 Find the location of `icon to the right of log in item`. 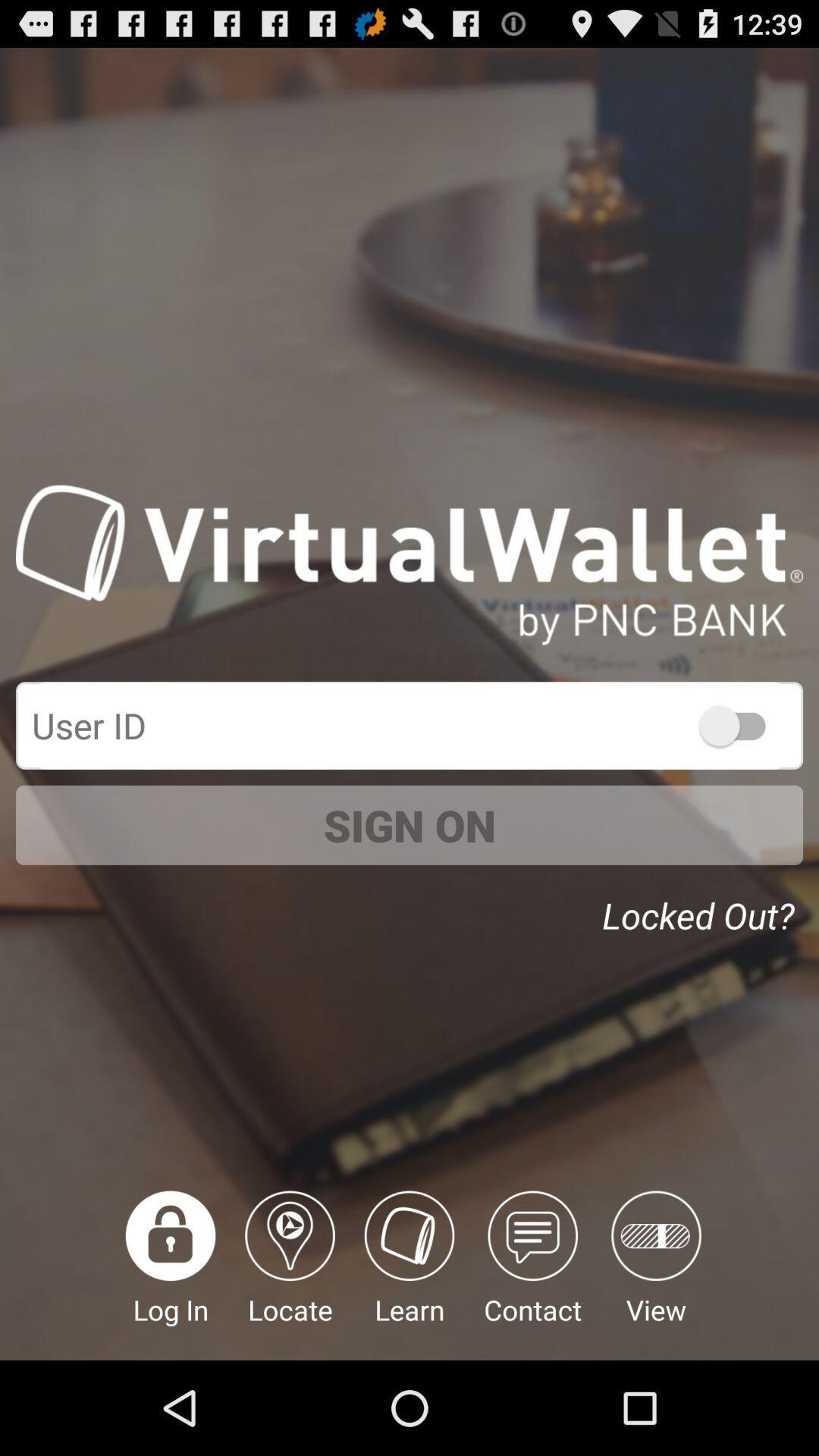

icon to the right of log in item is located at coordinates (290, 1275).